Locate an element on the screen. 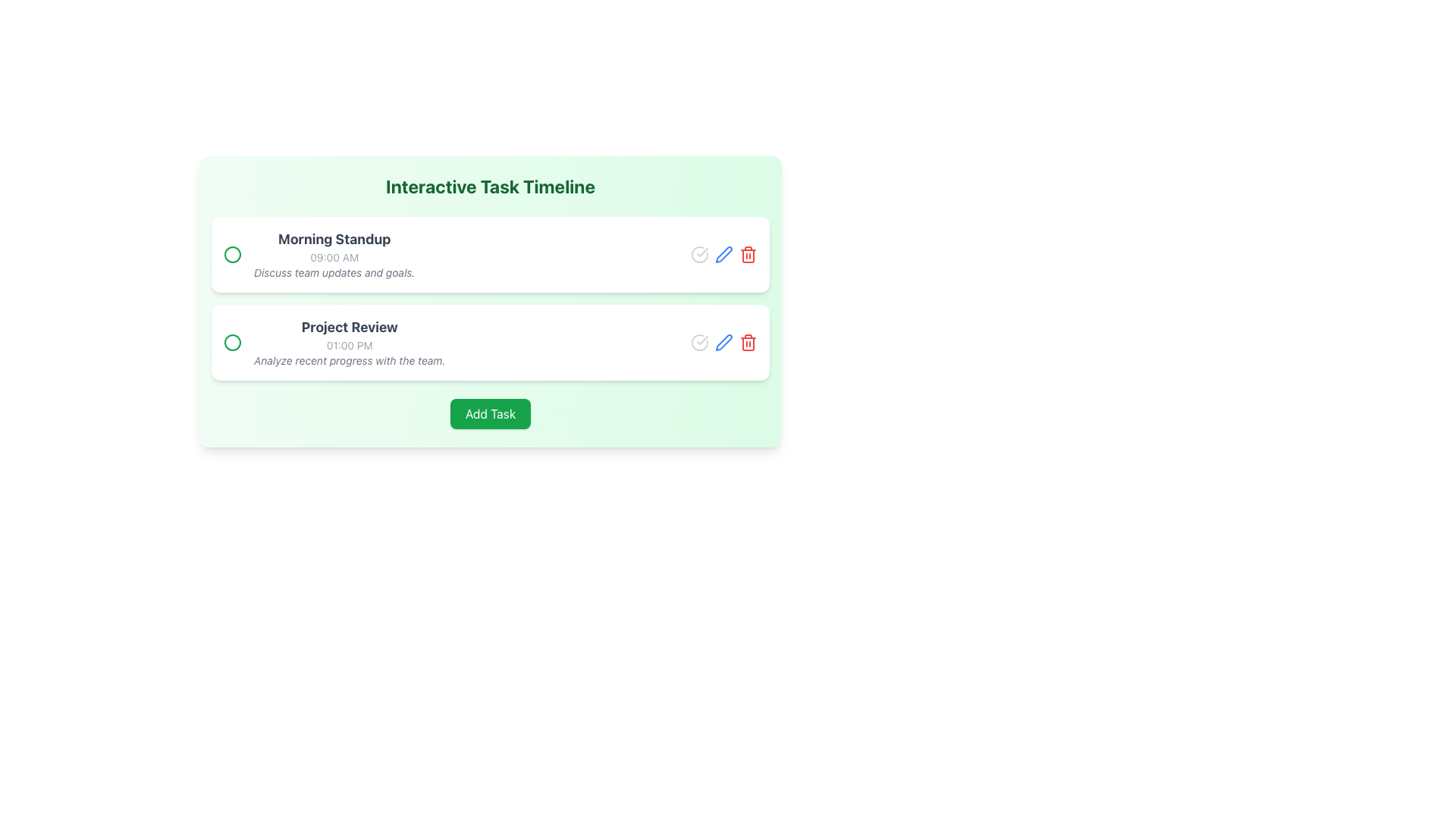 The height and width of the screenshot is (819, 1456). the task cards within the Interactive Task Timeline is located at coordinates (491, 301).